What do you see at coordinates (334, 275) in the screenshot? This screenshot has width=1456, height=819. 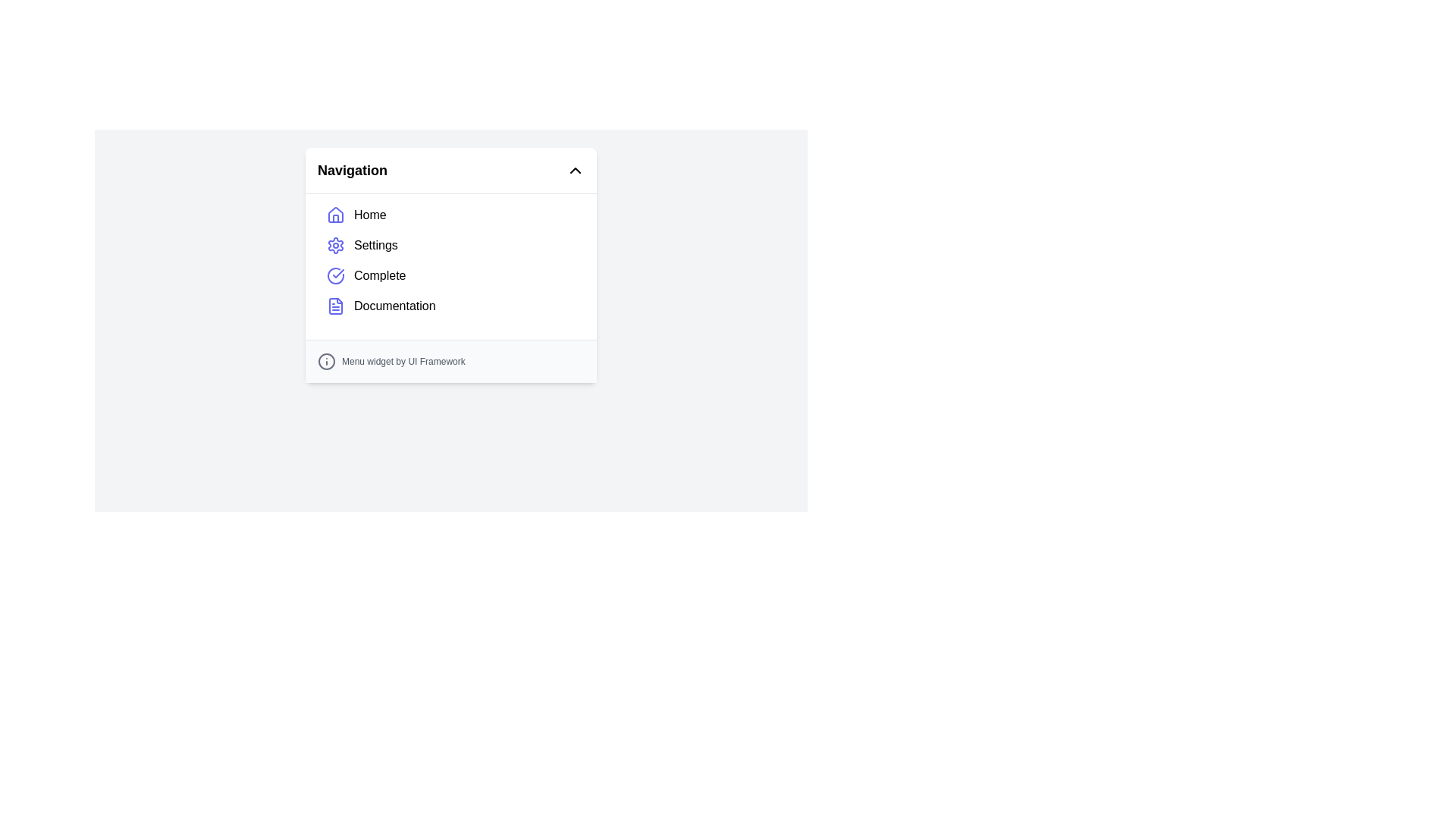 I see `the upper circle part of the SVG icon associated with the 'Complete' menu item entry, which is the third item in the navigation menu list` at bounding box center [334, 275].